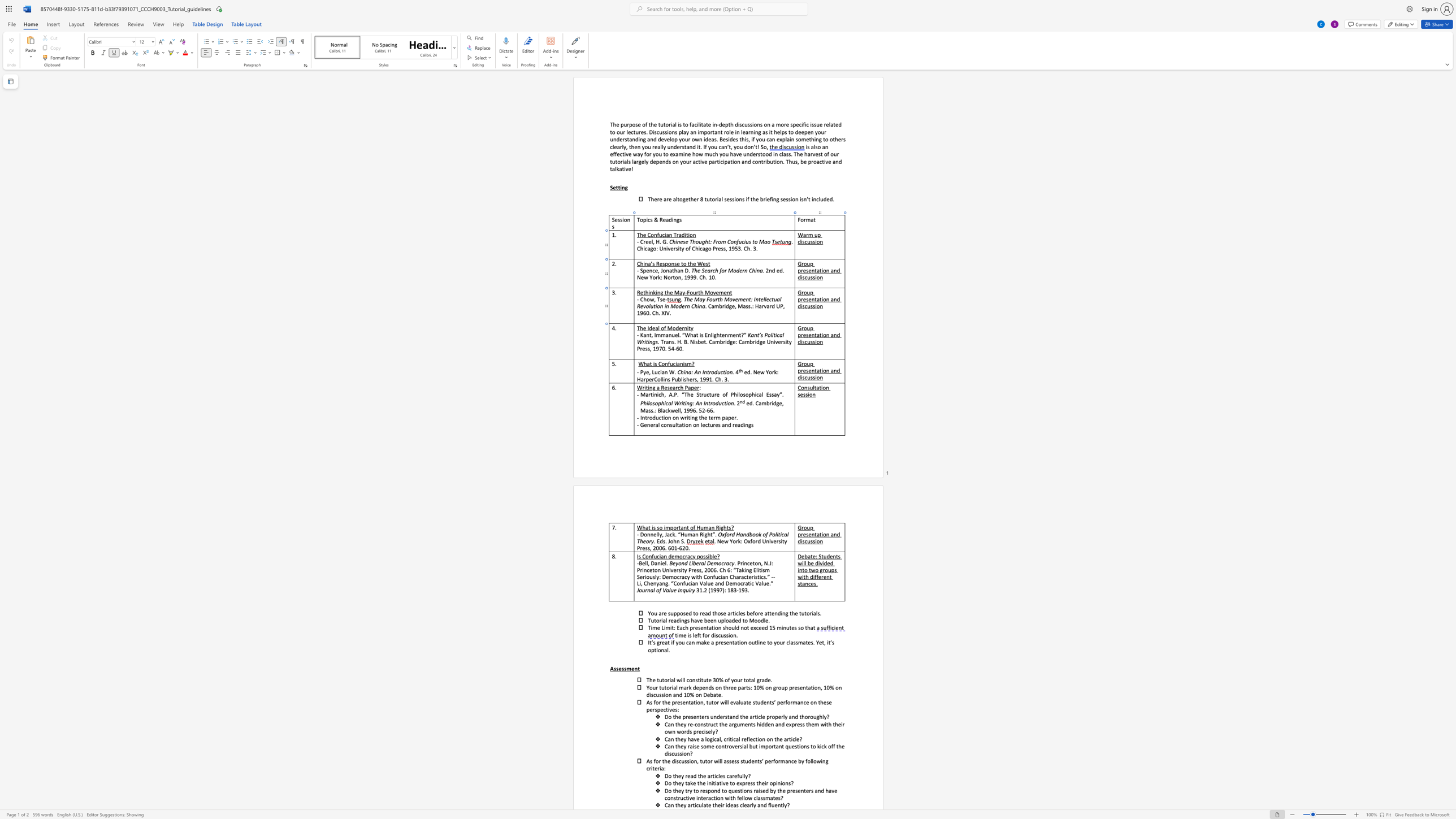  Describe the element at coordinates (649, 334) in the screenshot. I see `the 1th character "t" in the text` at that location.